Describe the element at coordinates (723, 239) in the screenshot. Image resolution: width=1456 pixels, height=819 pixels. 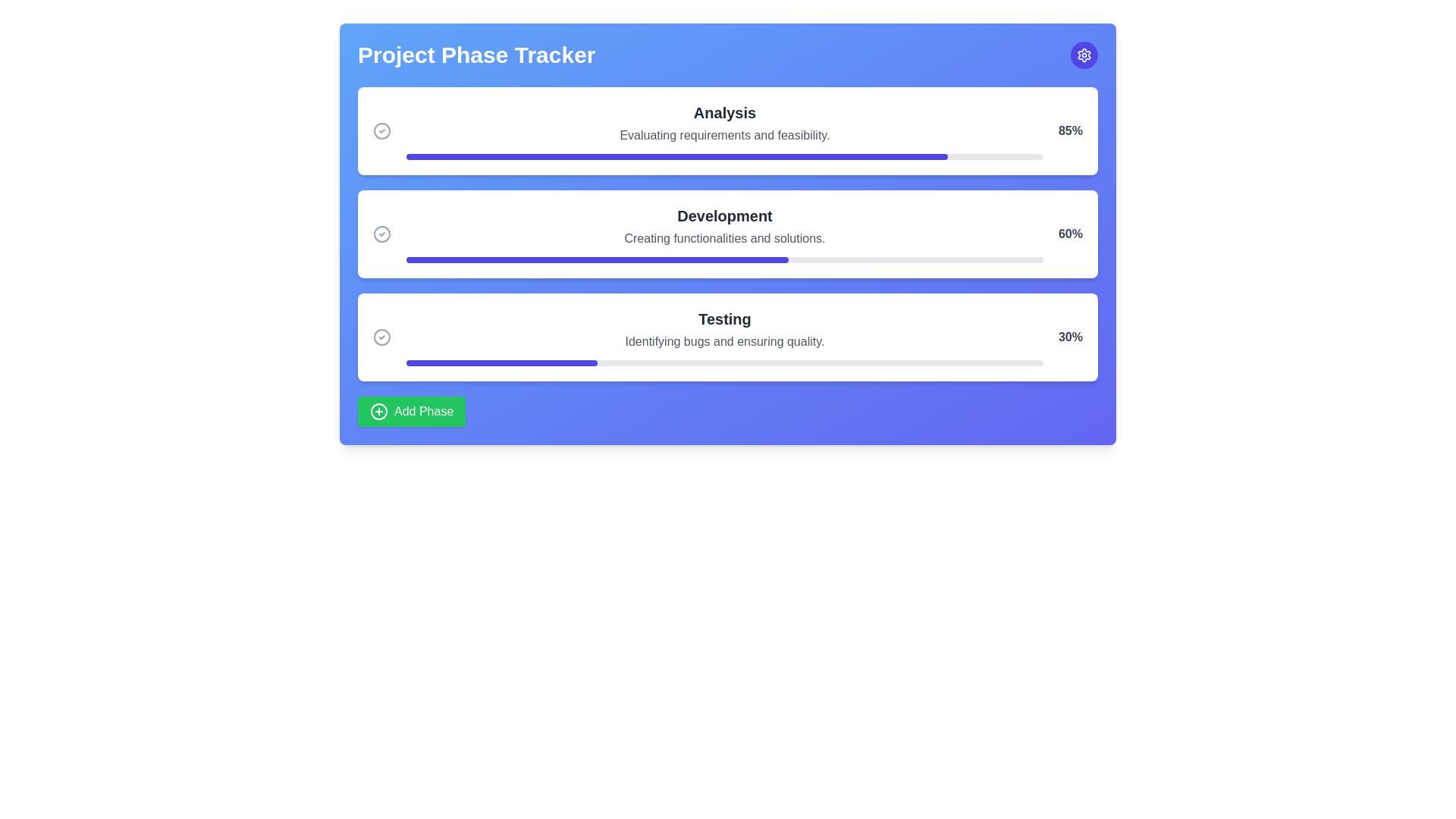
I see `the static text label that provides a descriptive subtitle or explanation for the 'Development' section, positioned below the 'Development' header and above the progress bar` at that location.